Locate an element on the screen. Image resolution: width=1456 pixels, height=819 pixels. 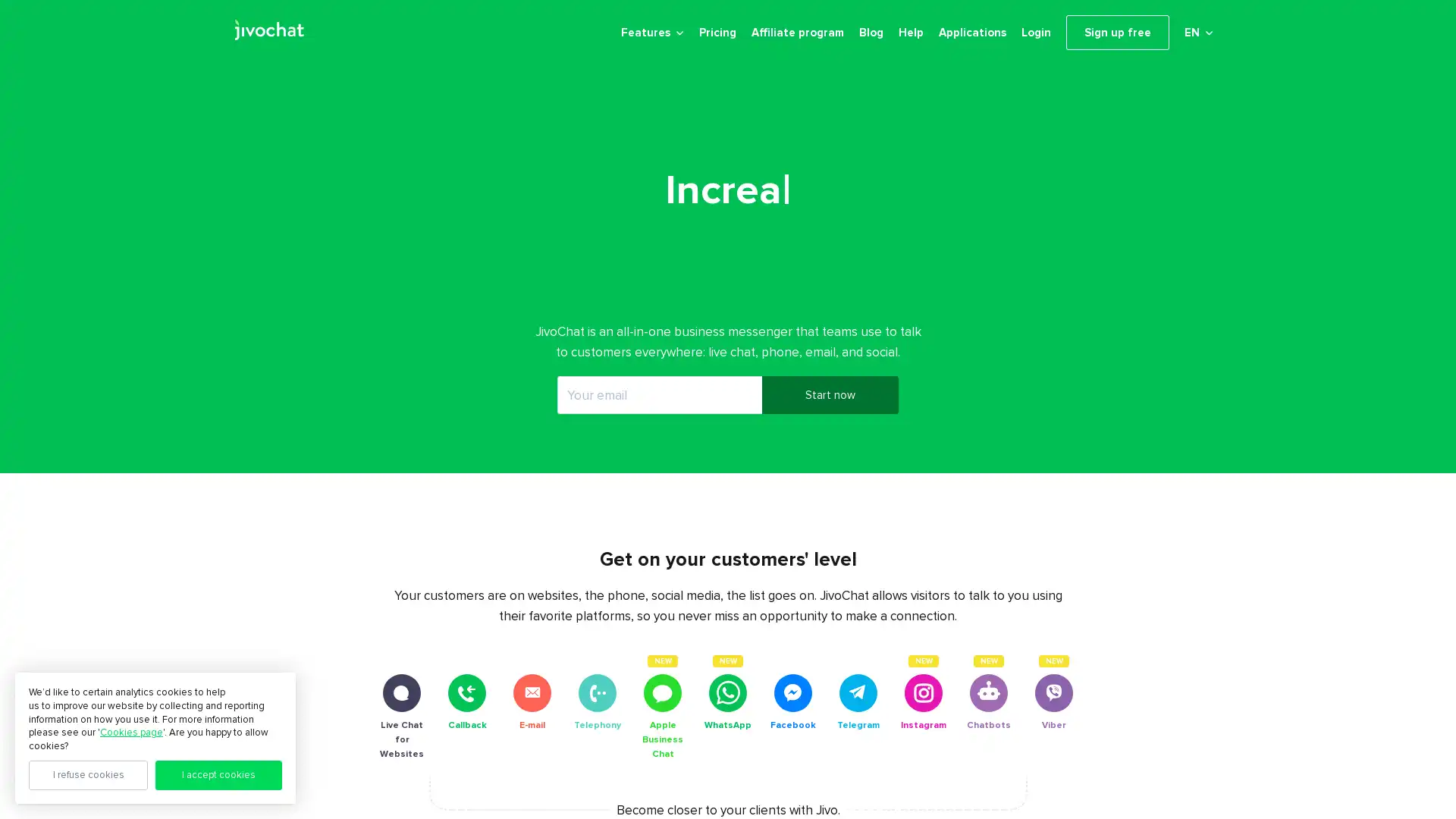
Choose File is located at coordinates (1212, 797).